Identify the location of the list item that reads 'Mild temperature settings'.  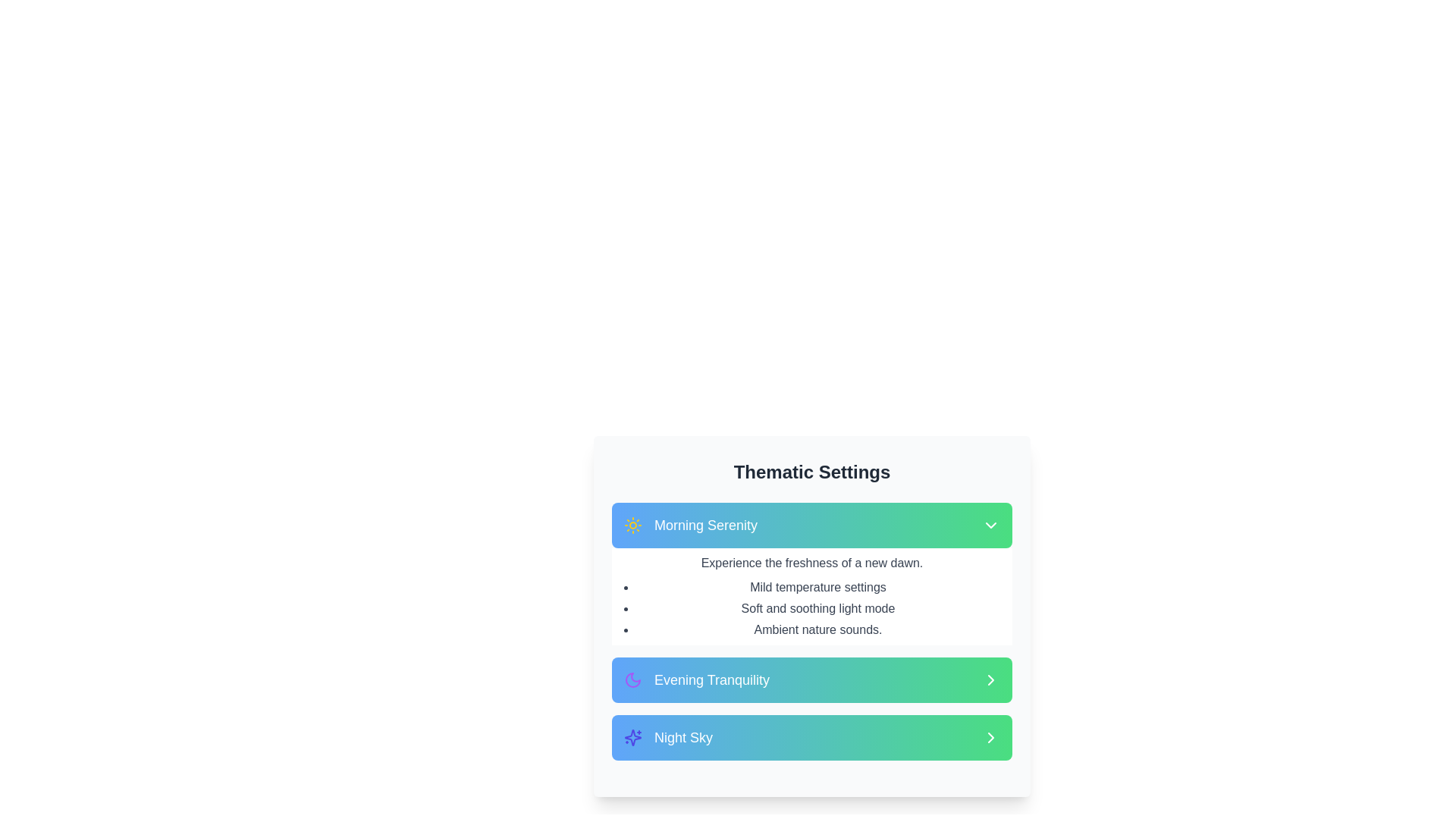
(817, 587).